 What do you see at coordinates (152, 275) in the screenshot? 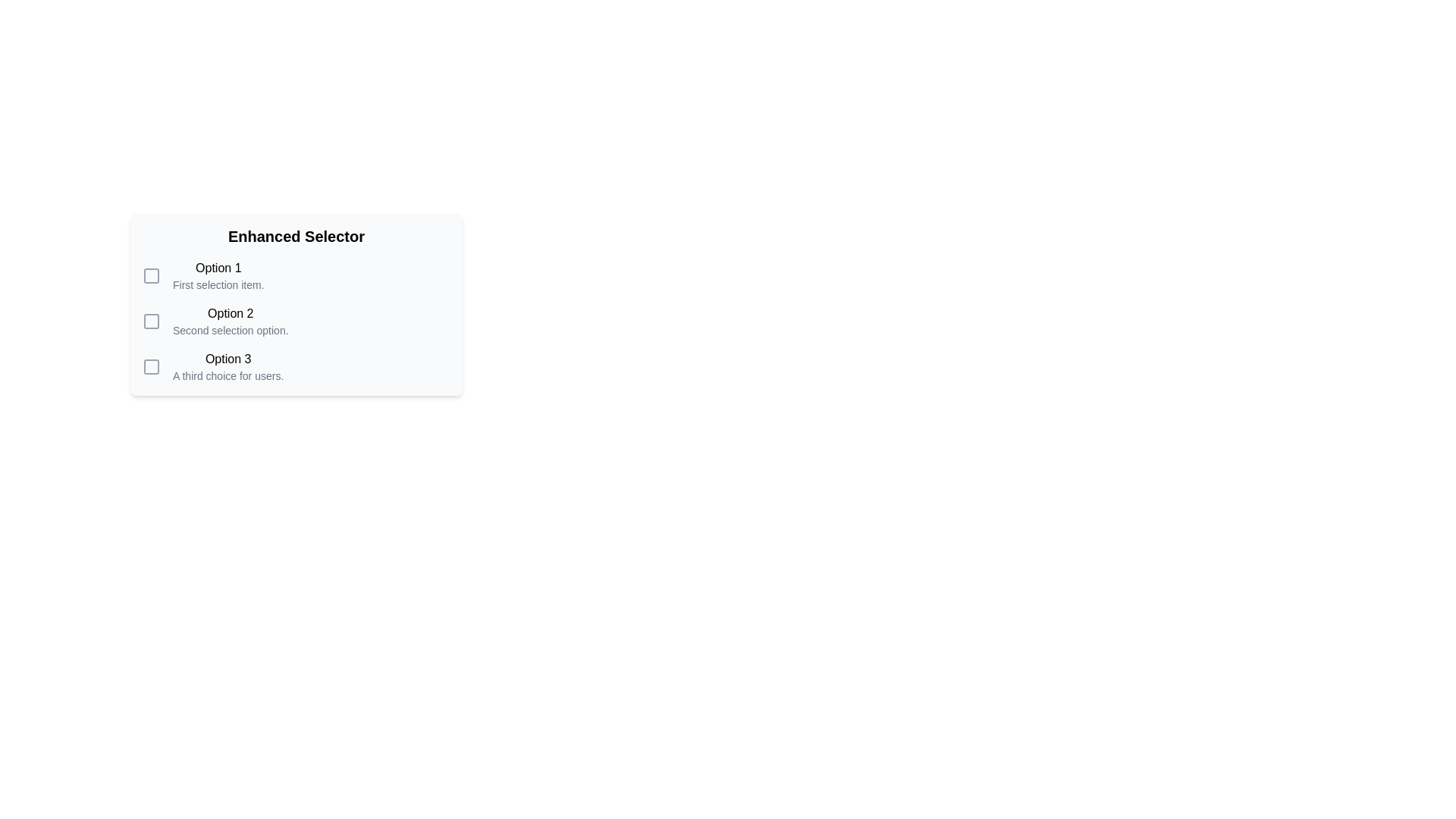
I see `the checkbox that allows users to select or deselect 'Option 1' by moving the cursor to its center point` at bounding box center [152, 275].